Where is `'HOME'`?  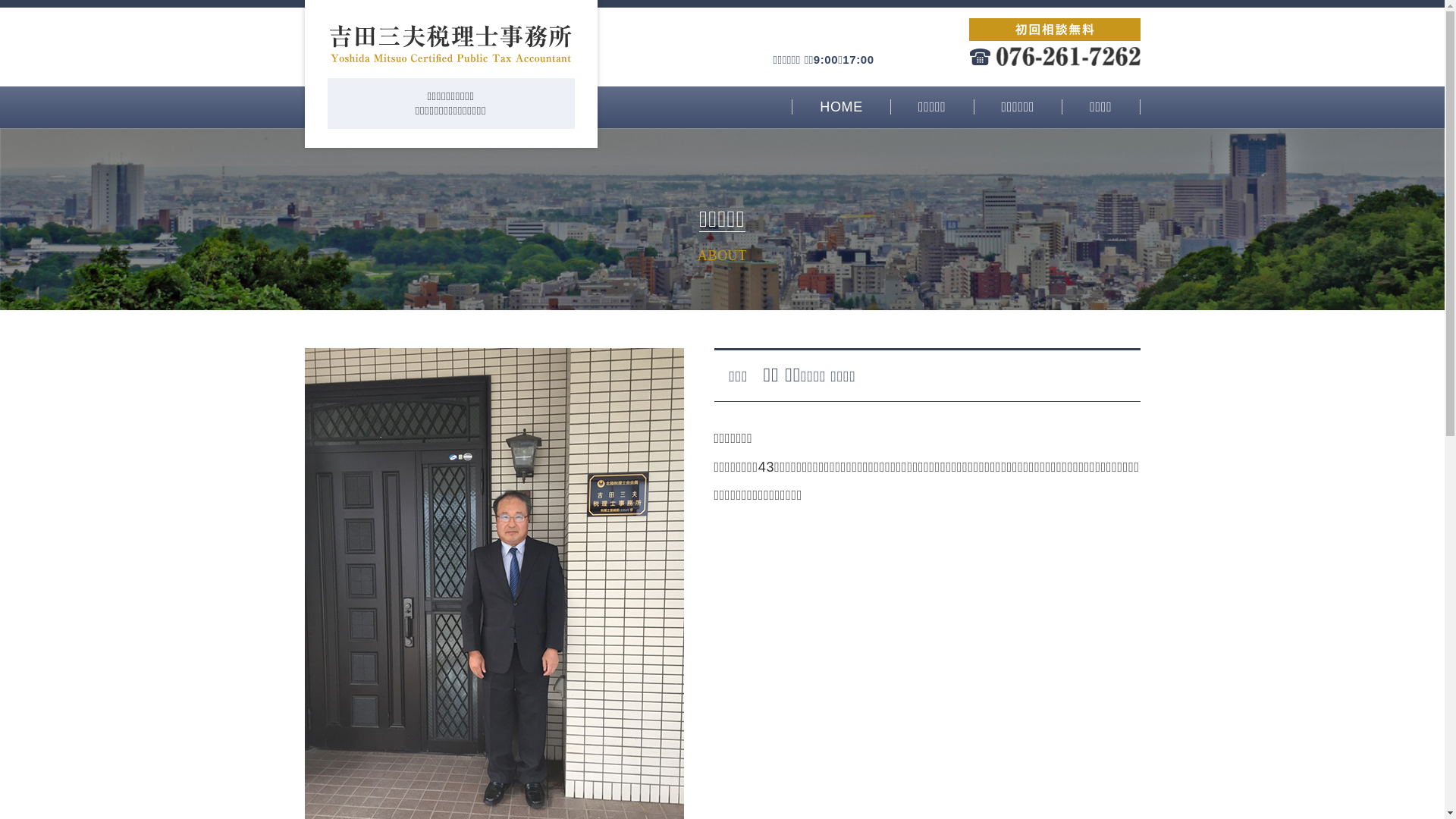
'HOME' is located at coordinates (839, 106).